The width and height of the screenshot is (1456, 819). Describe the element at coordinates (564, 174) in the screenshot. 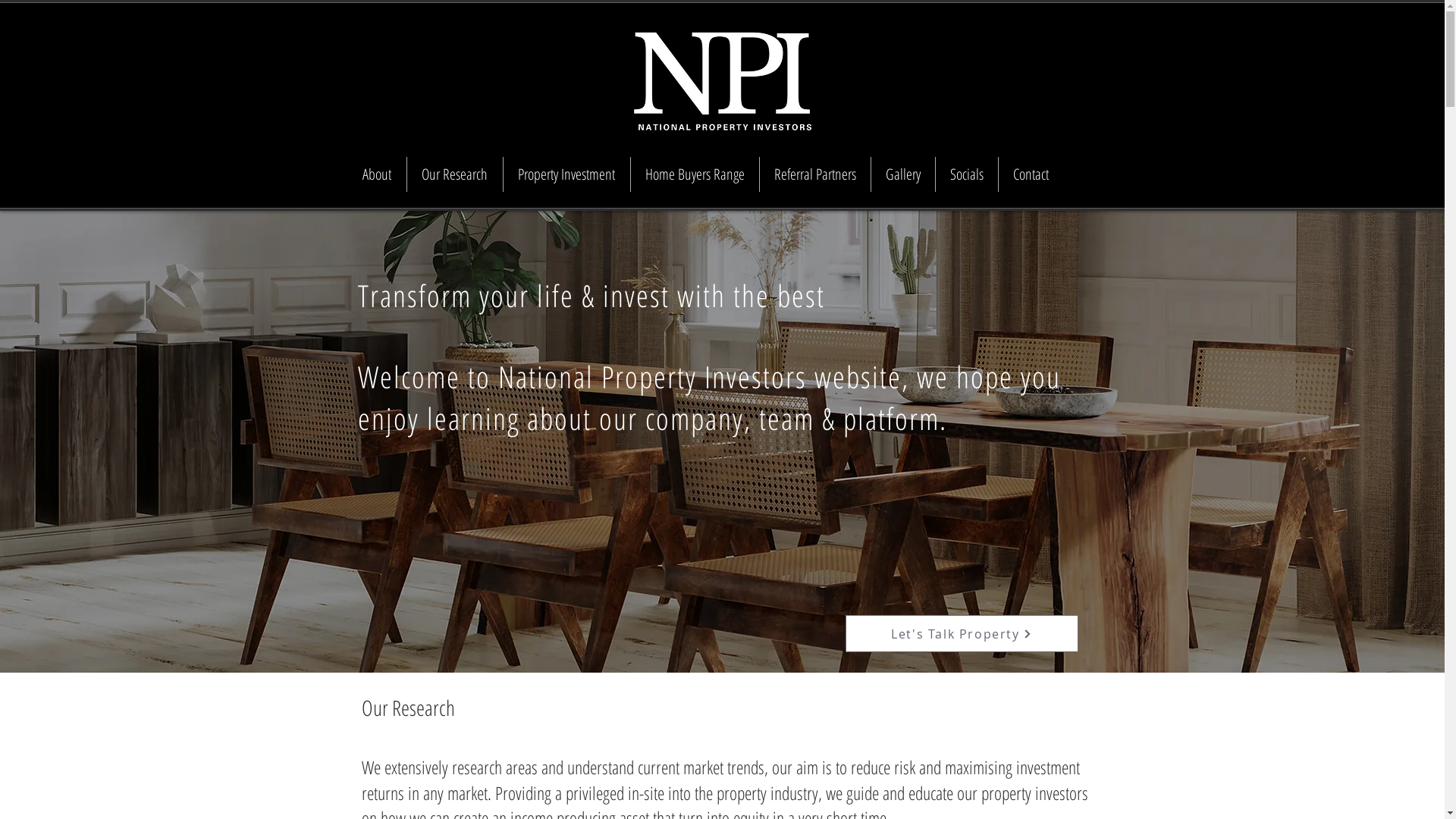

I see `'Property Investment'` at that location.